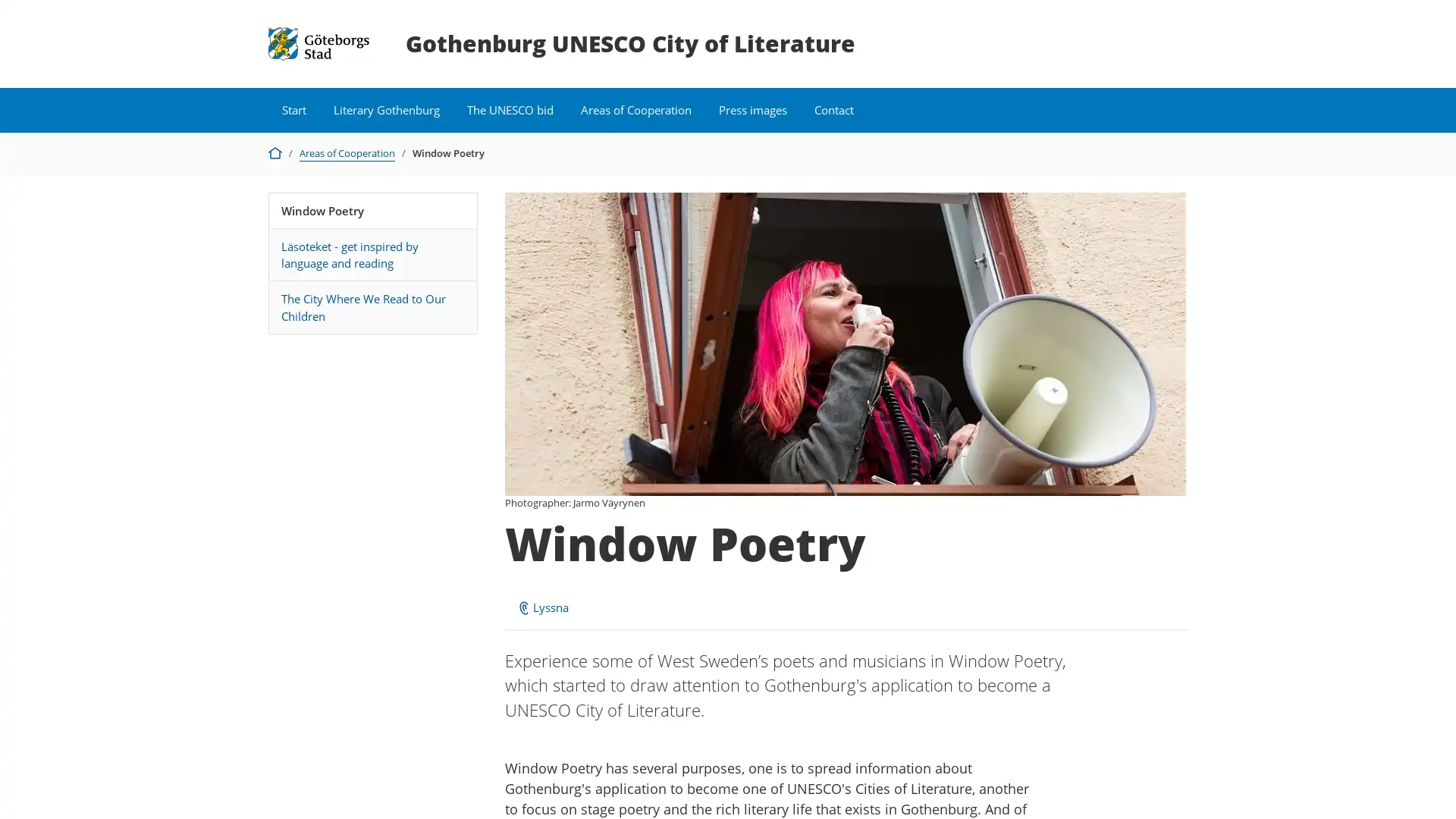  I want to click on ReadSpeaker webReader: Lyssna med webReader, so click(542, 607).